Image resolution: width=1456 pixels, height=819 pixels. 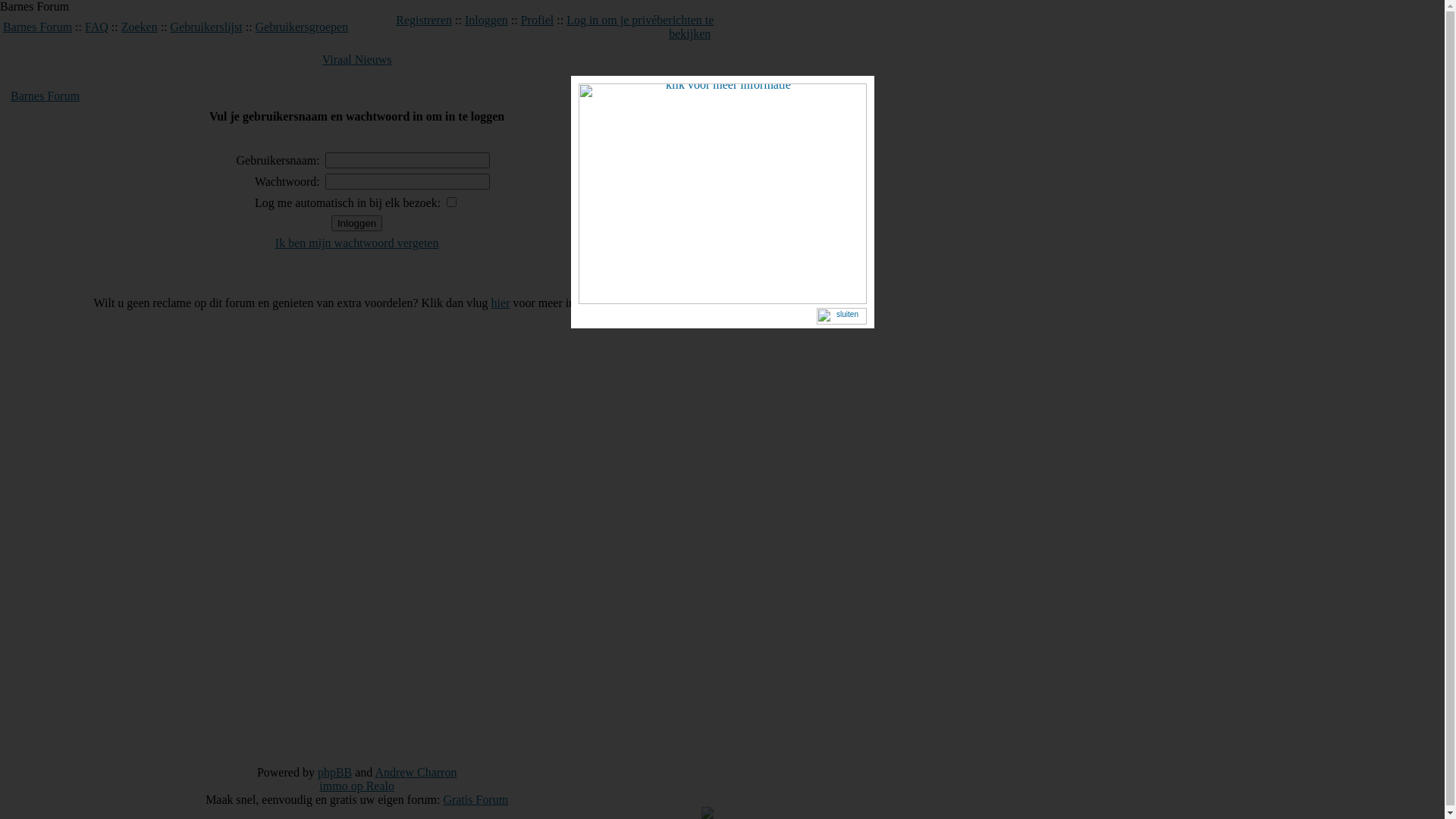 What do you see at coordinates (120, 27) in the screenshot?
I see `'Zoeken'` at bounding box center [120, 27].